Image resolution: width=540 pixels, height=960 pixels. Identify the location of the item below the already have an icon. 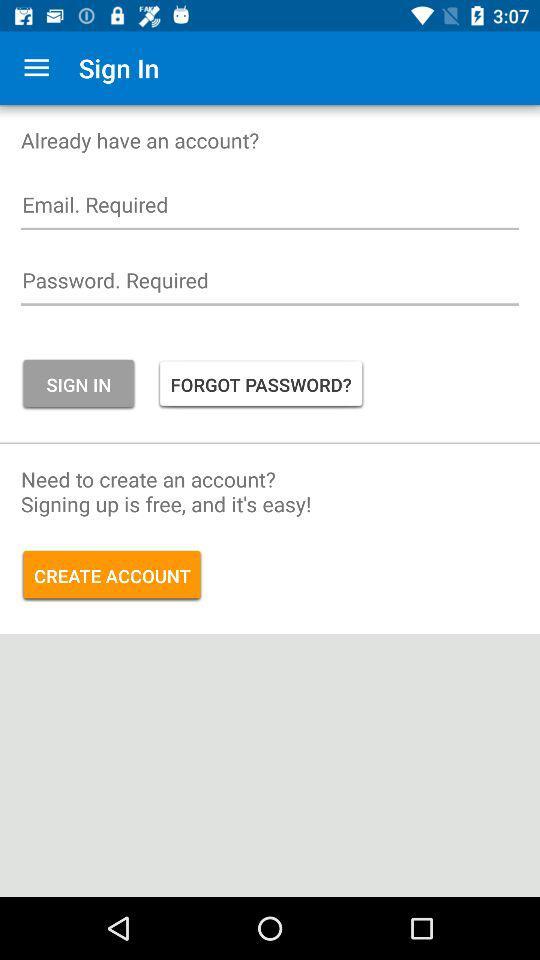
(270, 210).